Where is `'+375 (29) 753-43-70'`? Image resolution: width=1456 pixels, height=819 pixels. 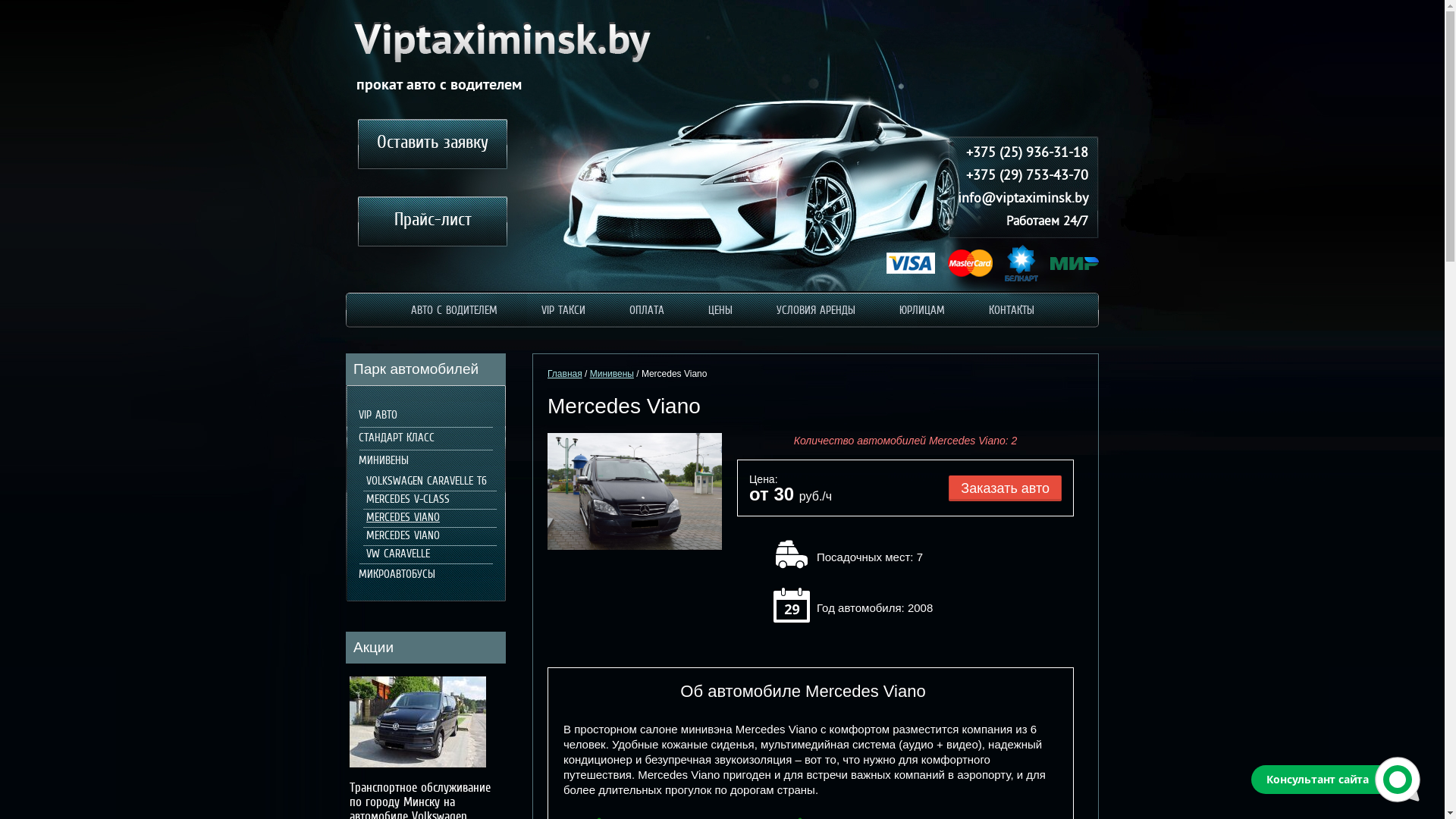 '+375 (29) 753-43-70' is located at coordinates (1018, 175).